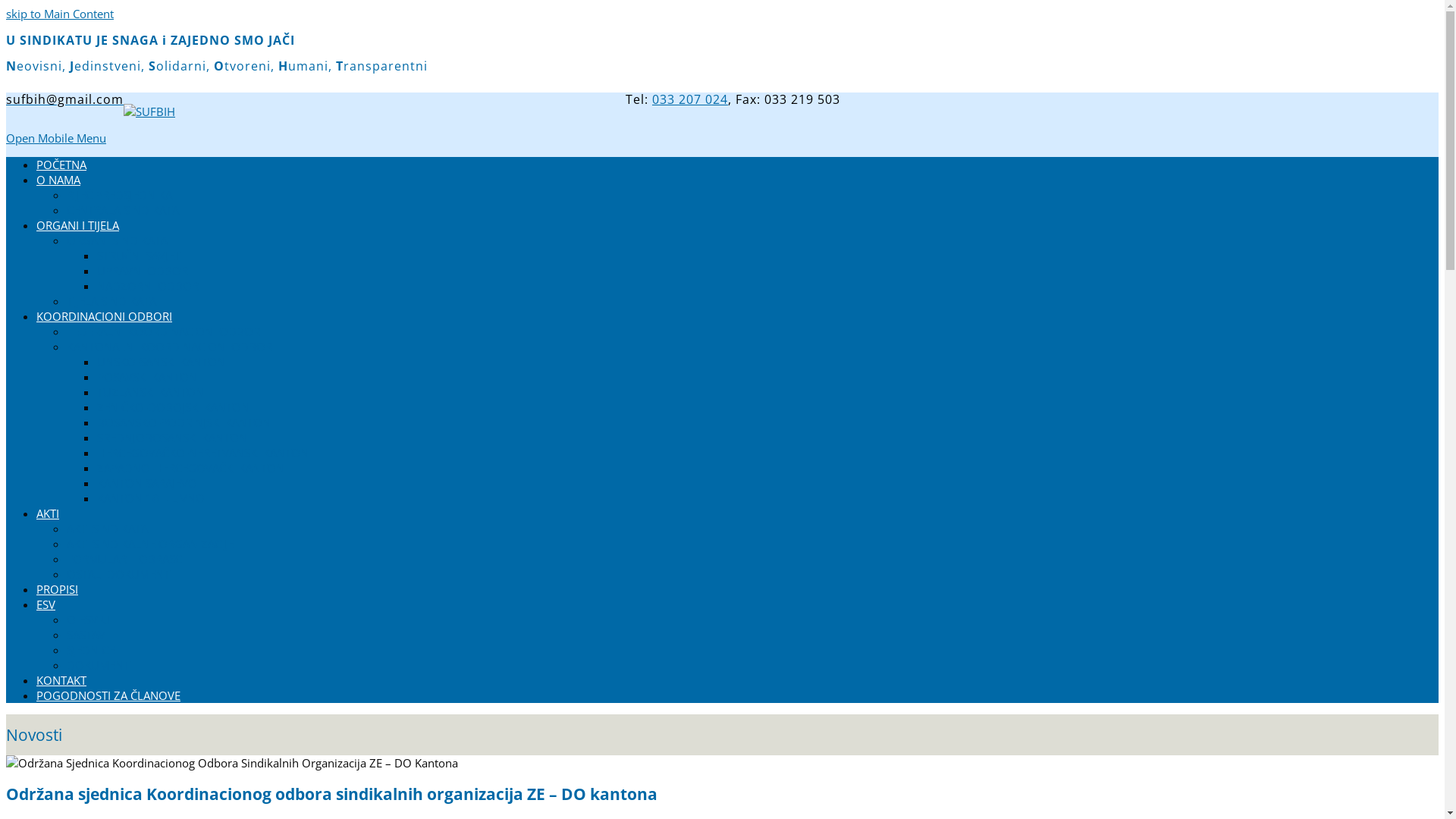 This screenshot has height=819, width=1456. Describe the element at coordinates (116, 239) in the screenshot. I see `'ORGANI SINDIKATA'` at that location.